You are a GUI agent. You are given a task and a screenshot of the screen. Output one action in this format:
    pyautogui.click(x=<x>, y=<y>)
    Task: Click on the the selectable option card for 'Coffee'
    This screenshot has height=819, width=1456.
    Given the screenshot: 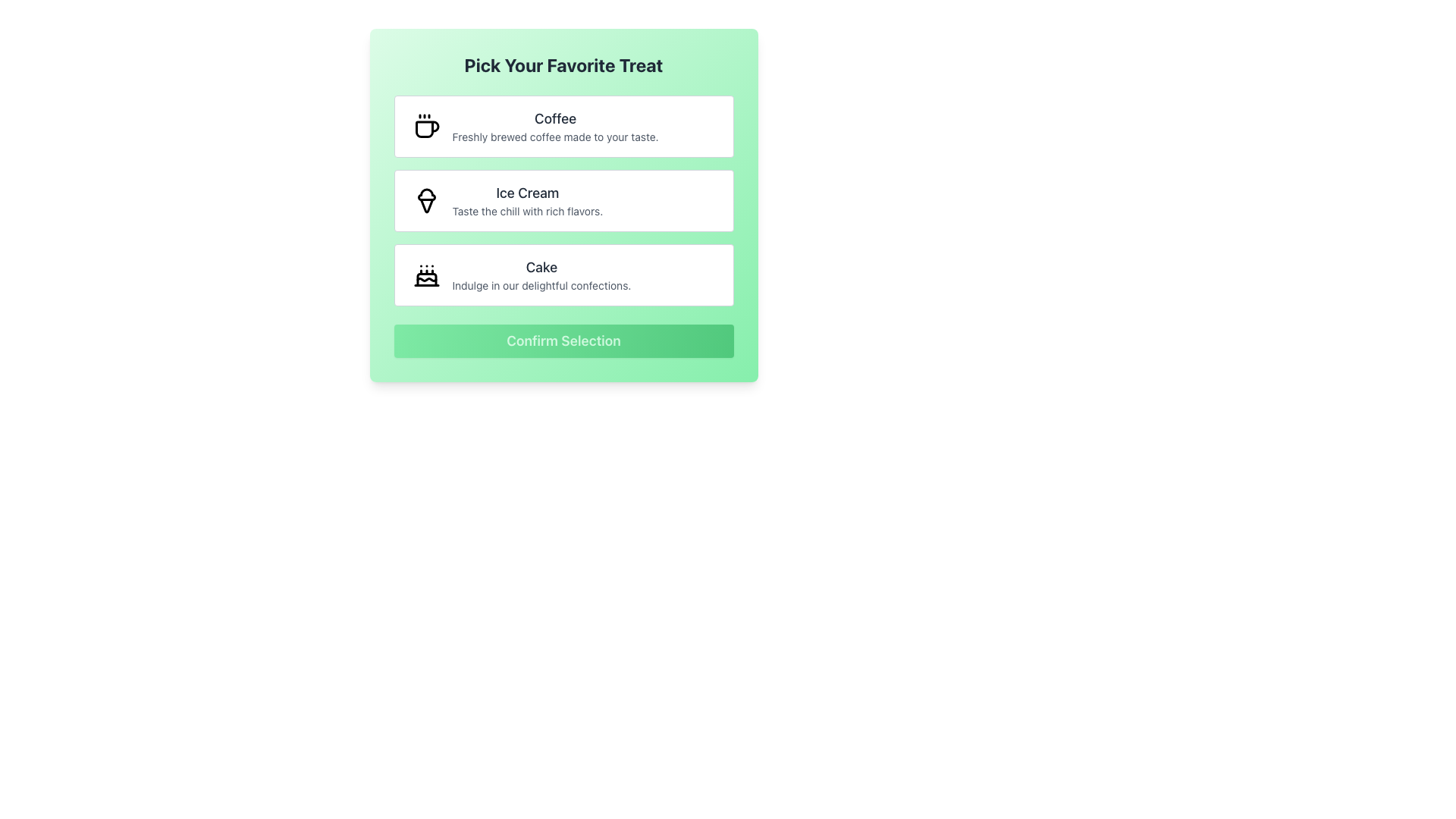 What is the action you would take?
    pyautogui.click(x=563, y=125)
    